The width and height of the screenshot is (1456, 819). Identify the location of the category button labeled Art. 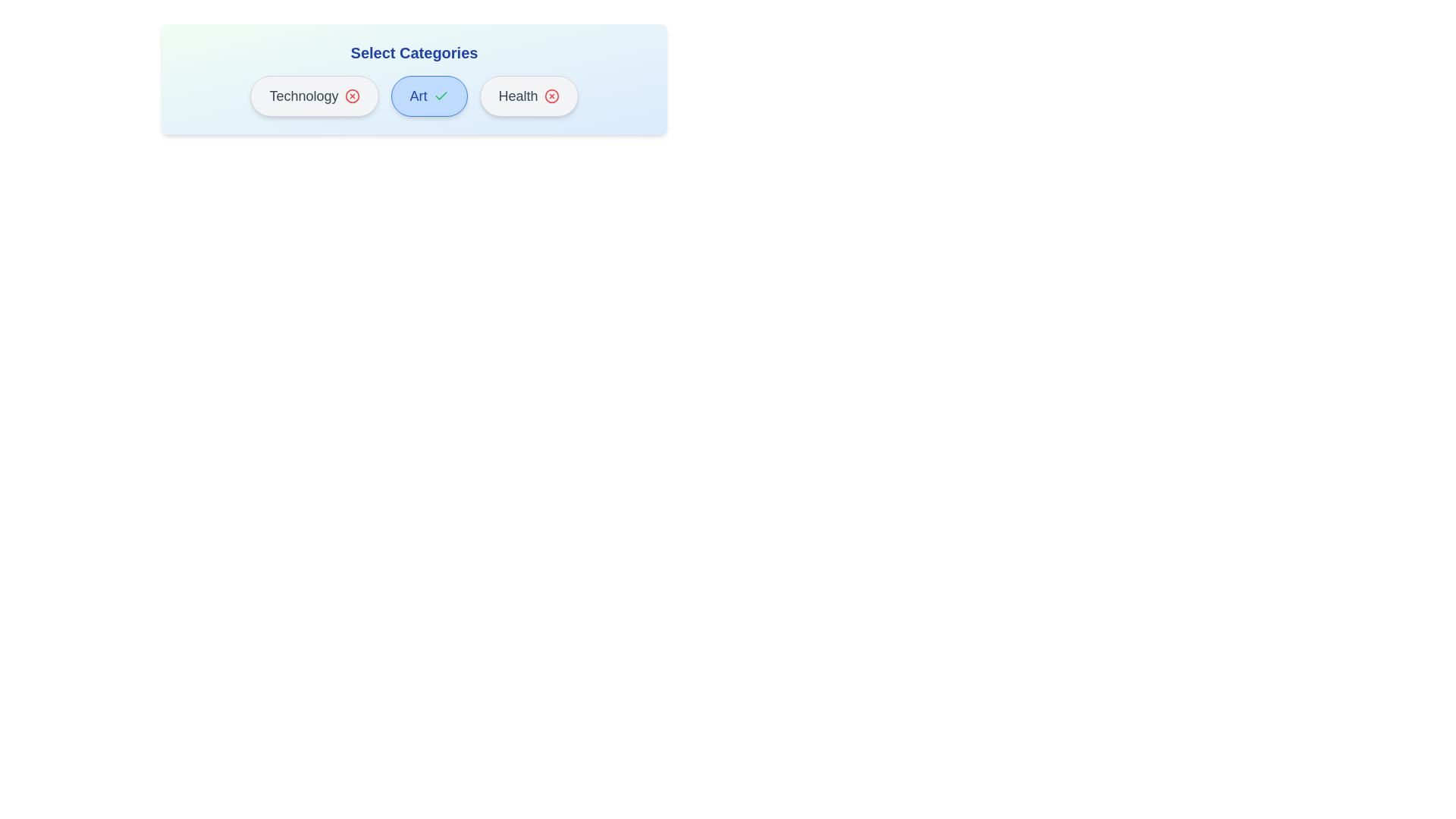
(428, 96).